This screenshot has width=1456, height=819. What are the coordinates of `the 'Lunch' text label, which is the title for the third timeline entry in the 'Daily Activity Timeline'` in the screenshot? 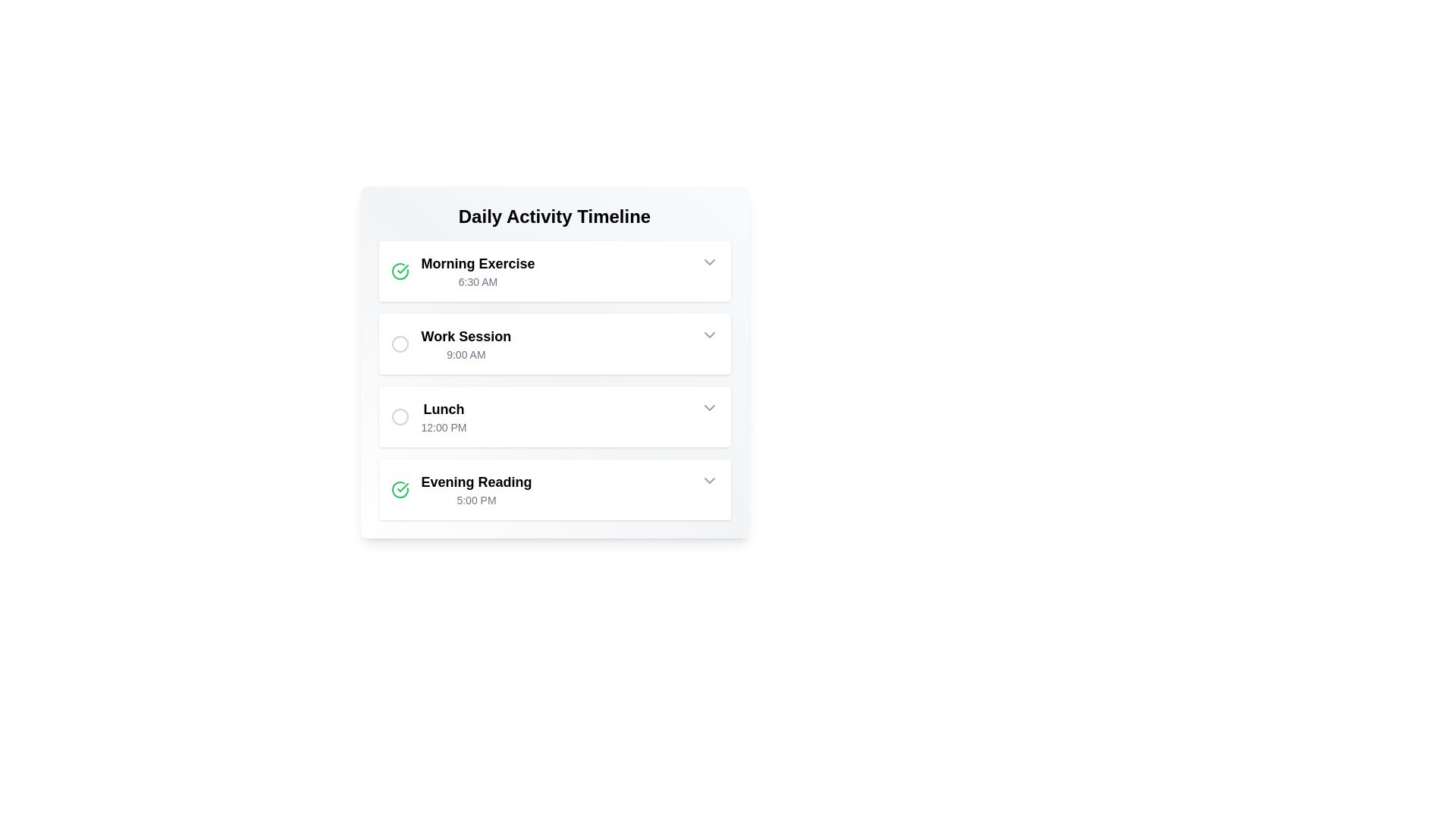 It's located at (443, 409).